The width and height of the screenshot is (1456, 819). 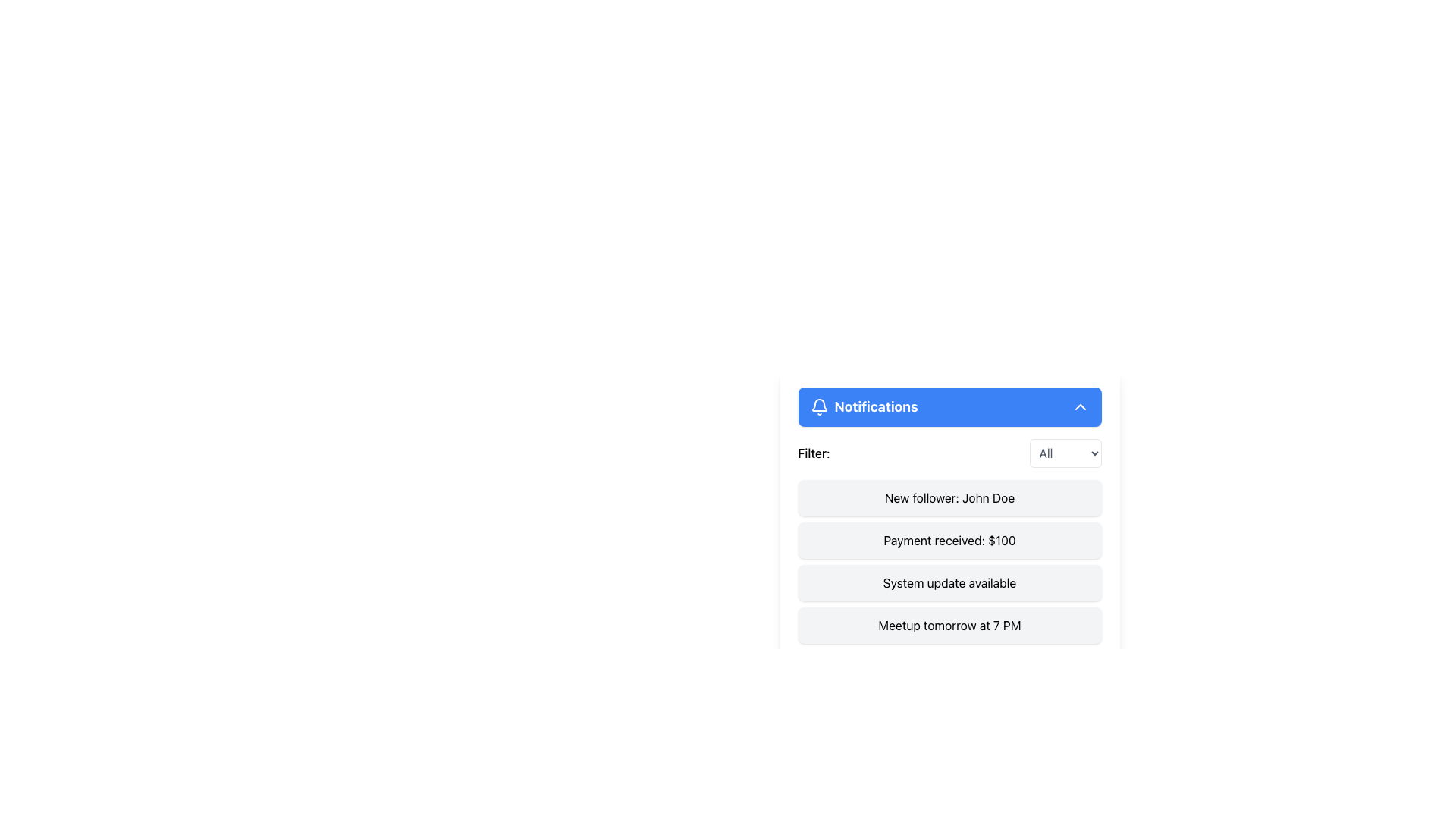 What do you see at coordinates (949, 497) in the screenshot?
I see `the static notification card displaying a message about a new follower named John Doe, located at the top of the notifications list` at bounding box center [949, 497].